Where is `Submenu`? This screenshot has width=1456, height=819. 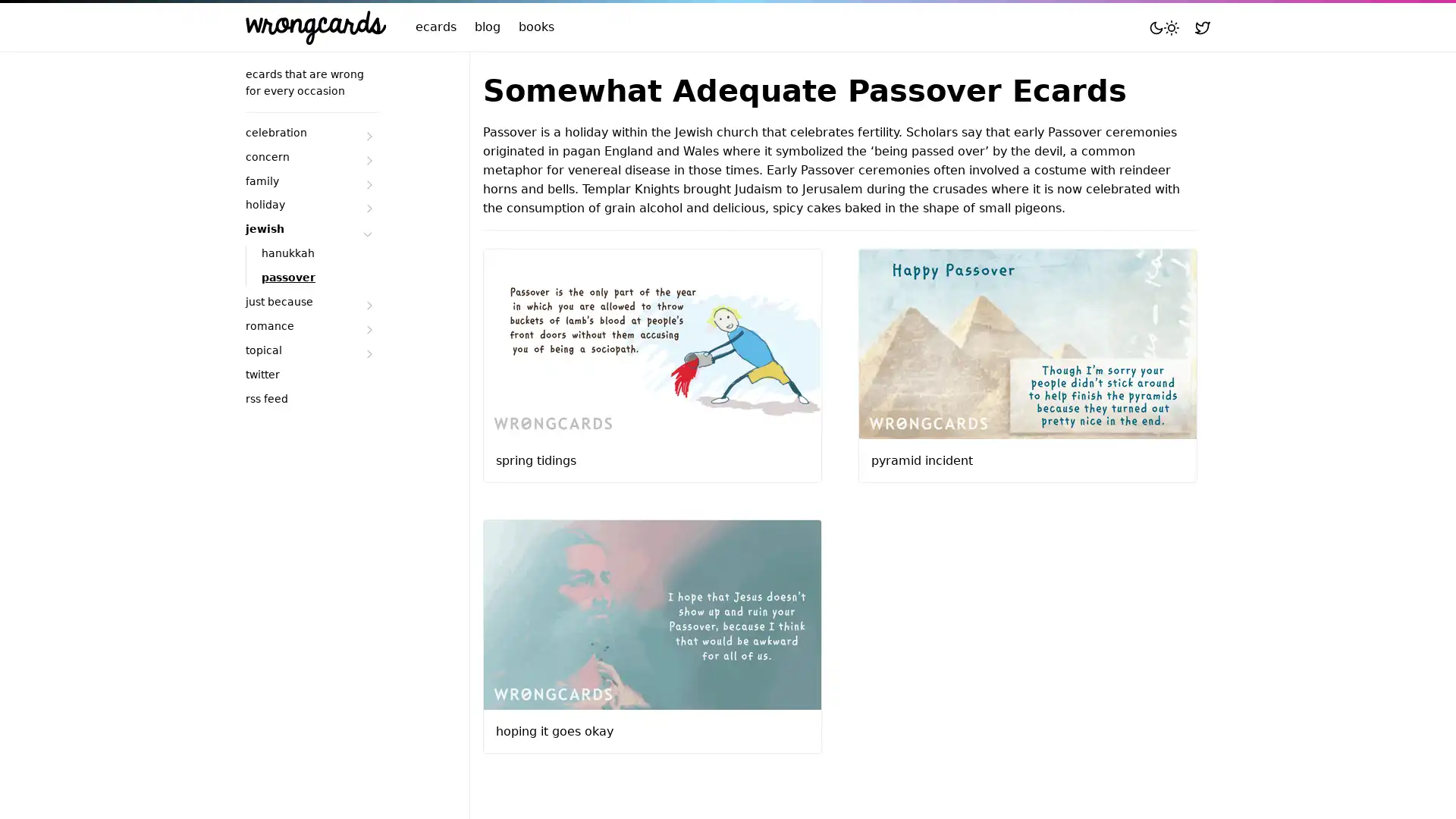
Submenu is located at coordinates (367, 184).